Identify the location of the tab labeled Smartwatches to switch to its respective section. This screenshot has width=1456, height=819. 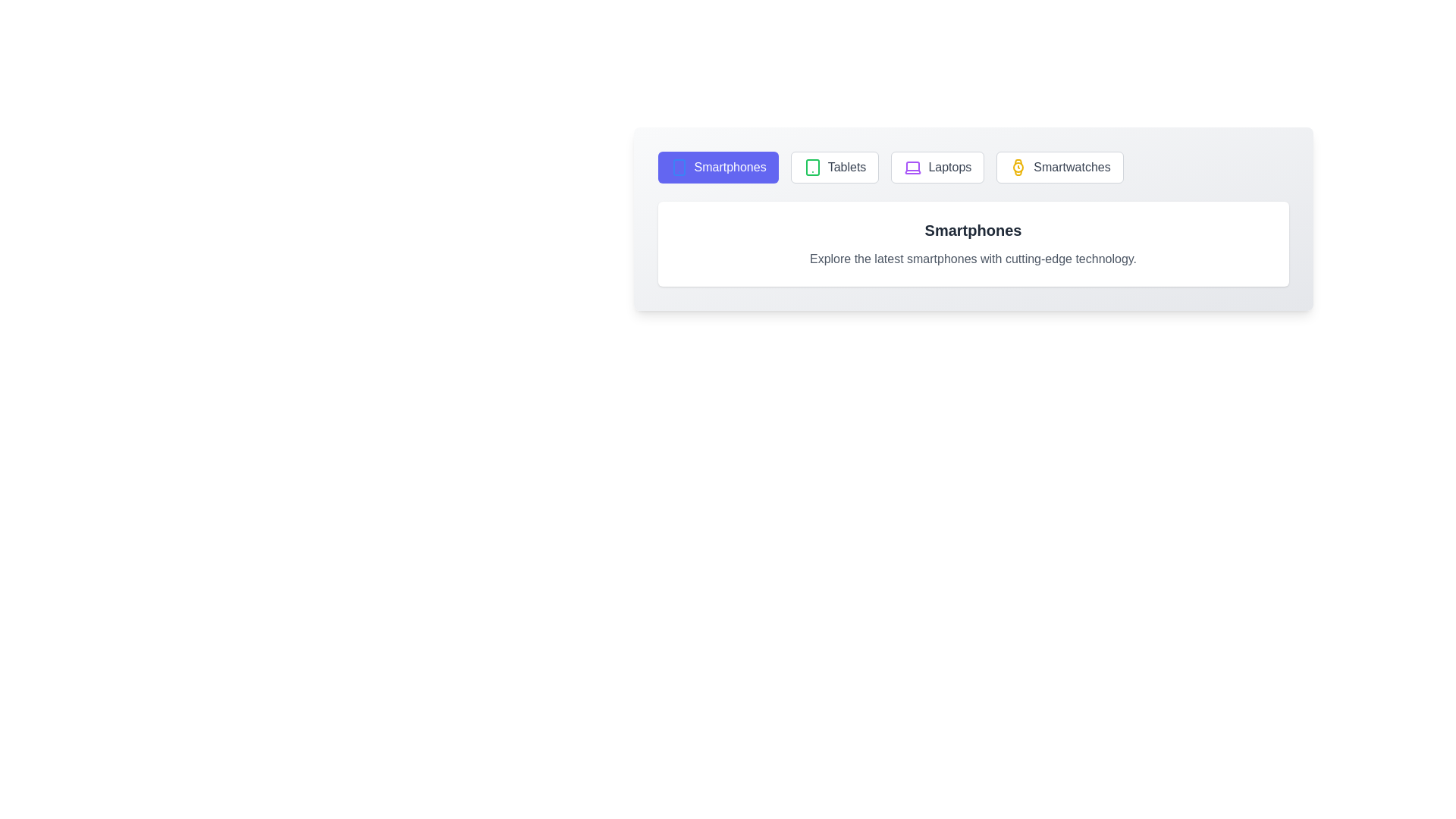
(1059, 167).